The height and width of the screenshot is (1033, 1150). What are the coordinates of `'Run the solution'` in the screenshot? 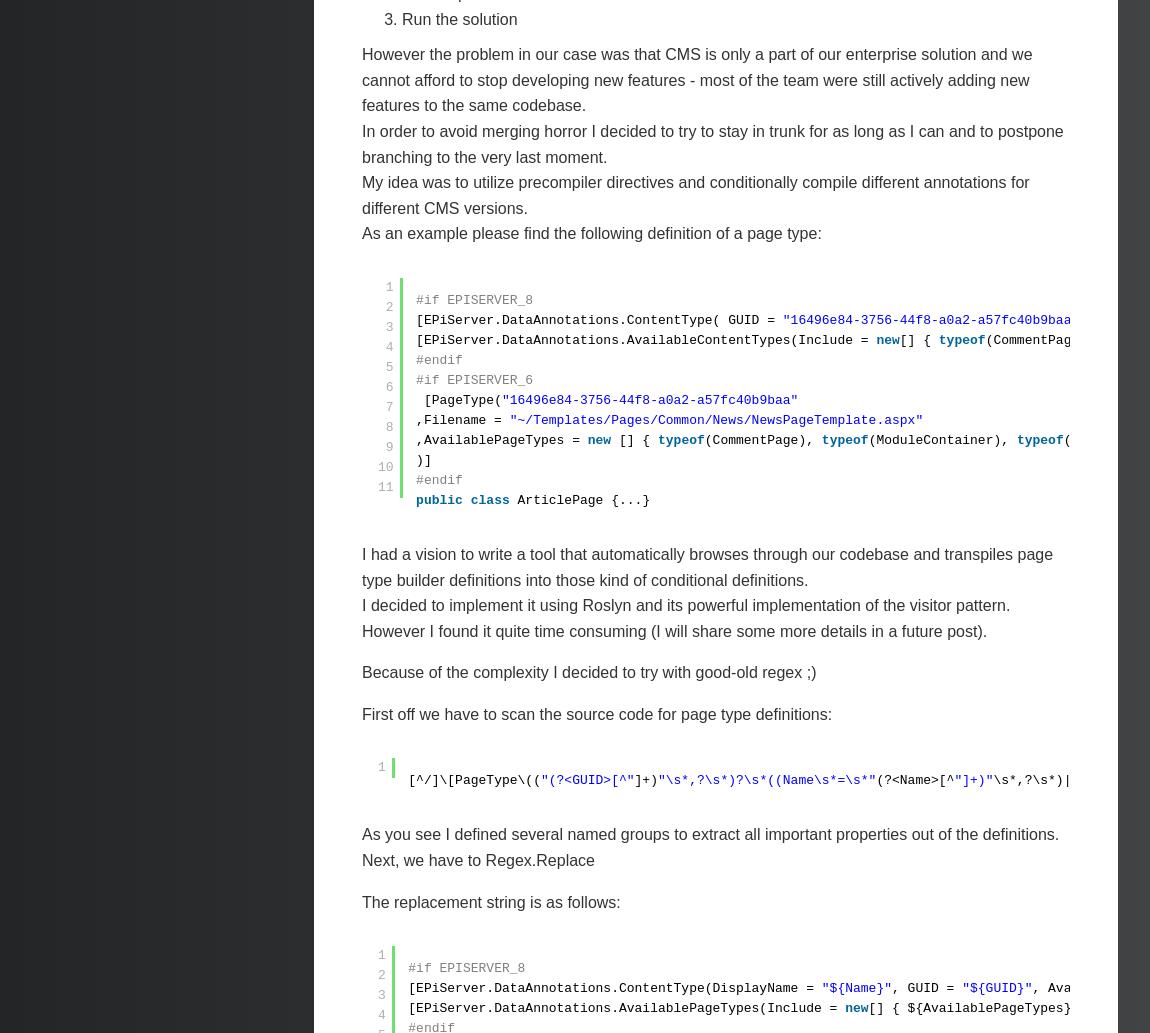 It's located at (459, 18).